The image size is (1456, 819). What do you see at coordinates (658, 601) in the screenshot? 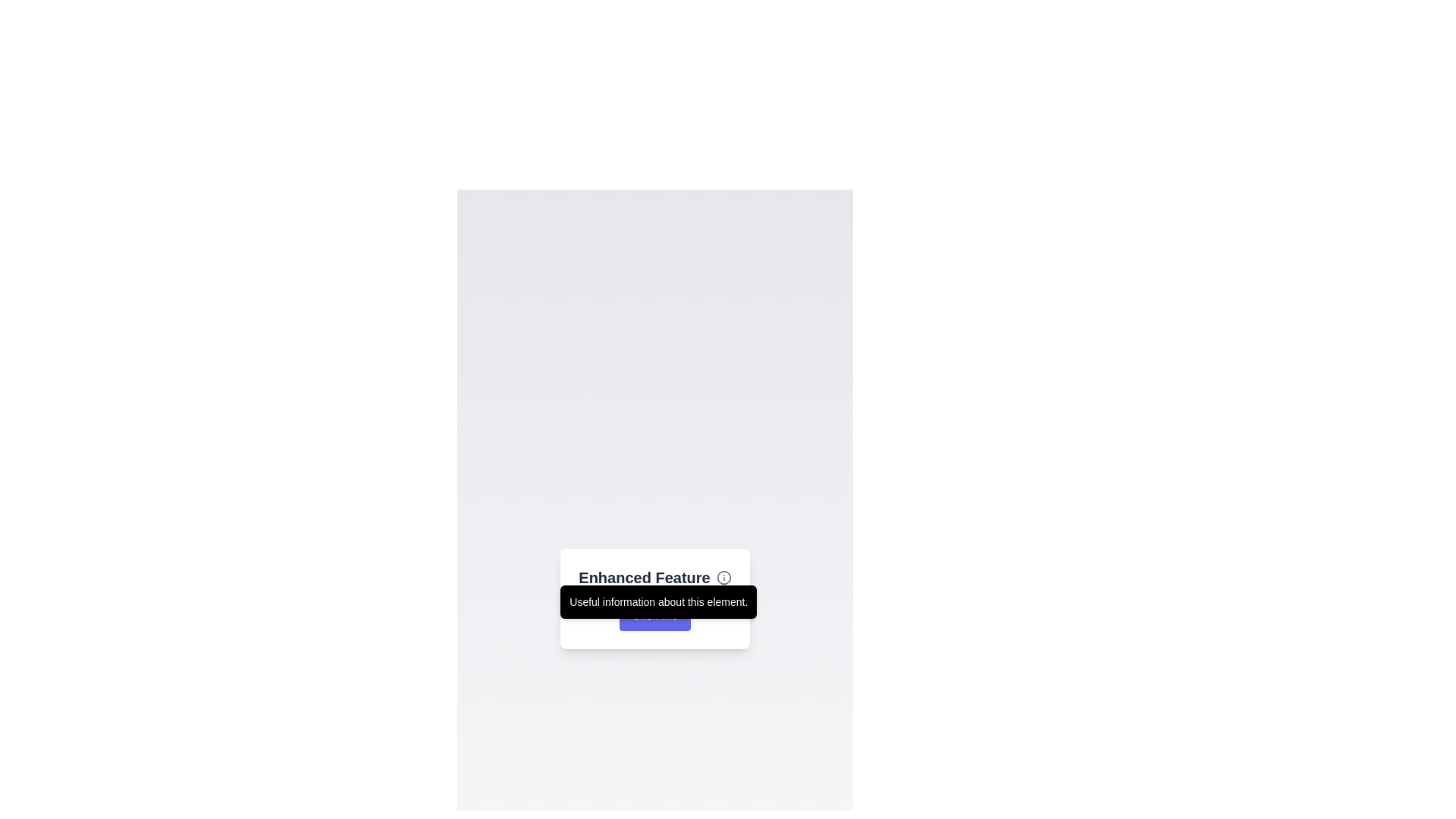
I see `the Tooltip that provides additional information related to the 'Enhanced Feature' component, which is positioned below the header text and information icon` at bounding box center [658, 601].